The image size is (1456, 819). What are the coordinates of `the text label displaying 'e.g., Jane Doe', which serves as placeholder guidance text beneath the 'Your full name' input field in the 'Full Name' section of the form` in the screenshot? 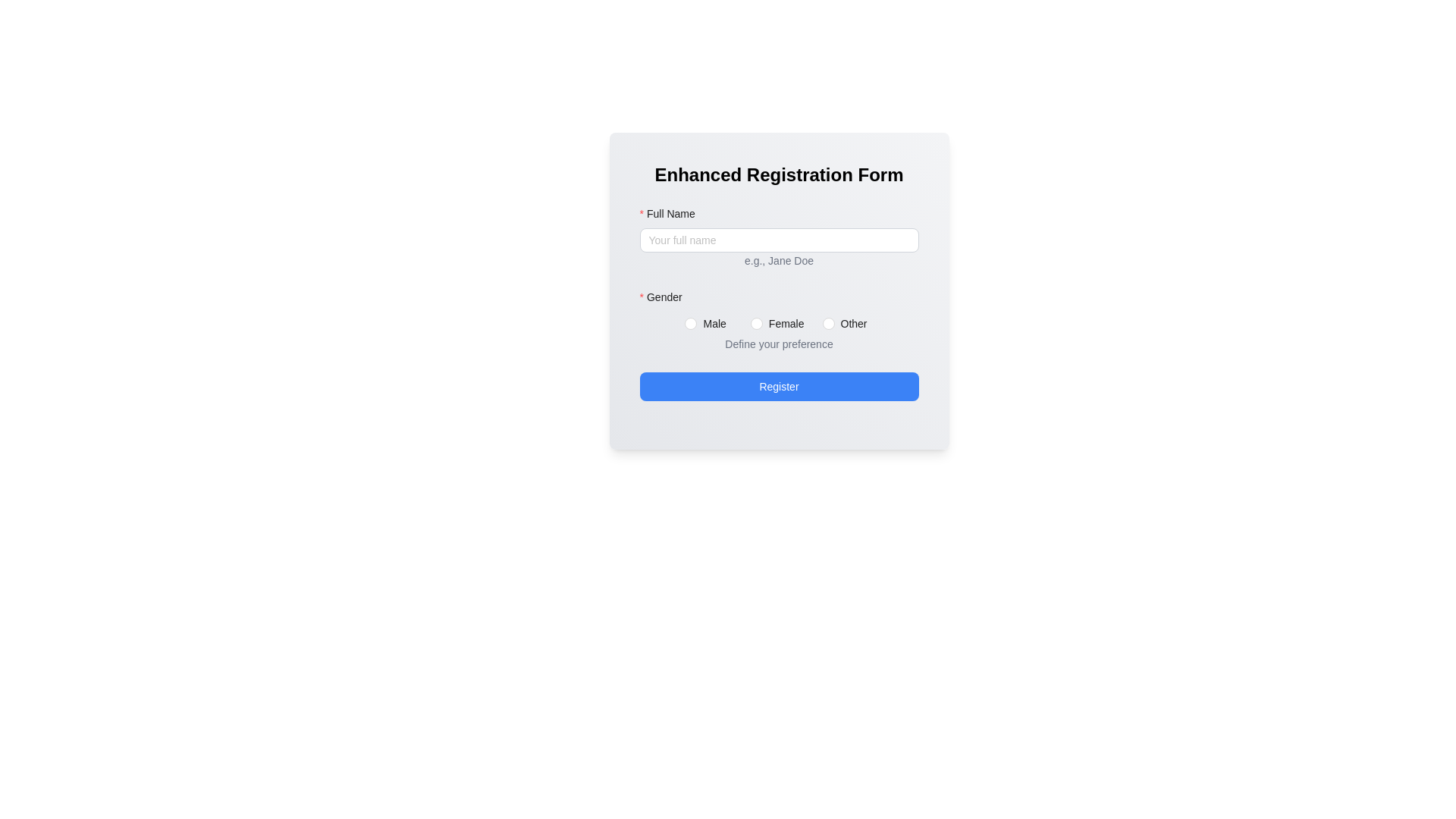 It's located at (779, 260).